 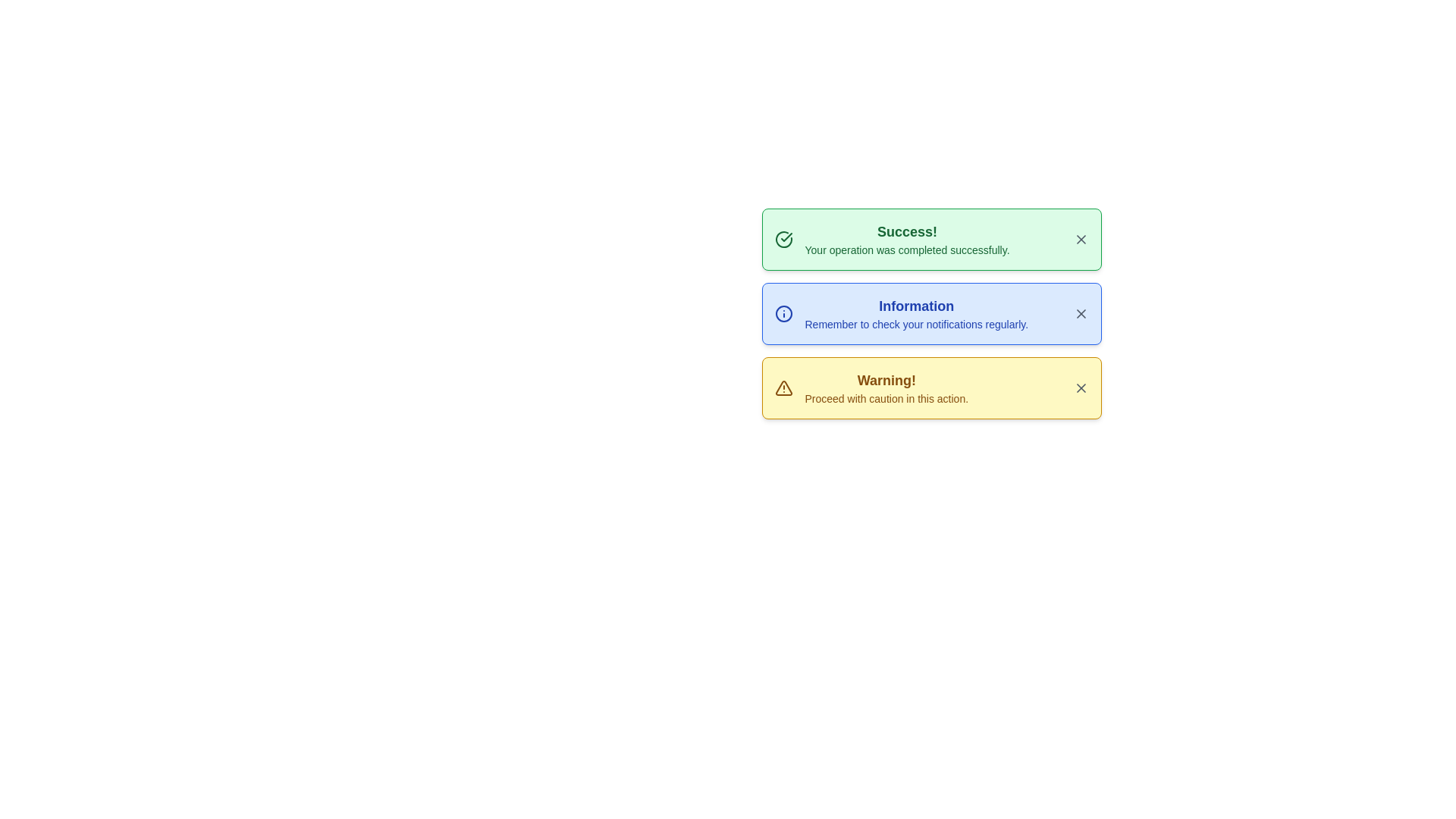 I want to click on the text block that contains the heading 'Information' and the subtext 'Remember to check your notifications regularly.' It is located in the middle notification among three stacked notifications, specifically the second notification from the top, so click(x=915, y=312).